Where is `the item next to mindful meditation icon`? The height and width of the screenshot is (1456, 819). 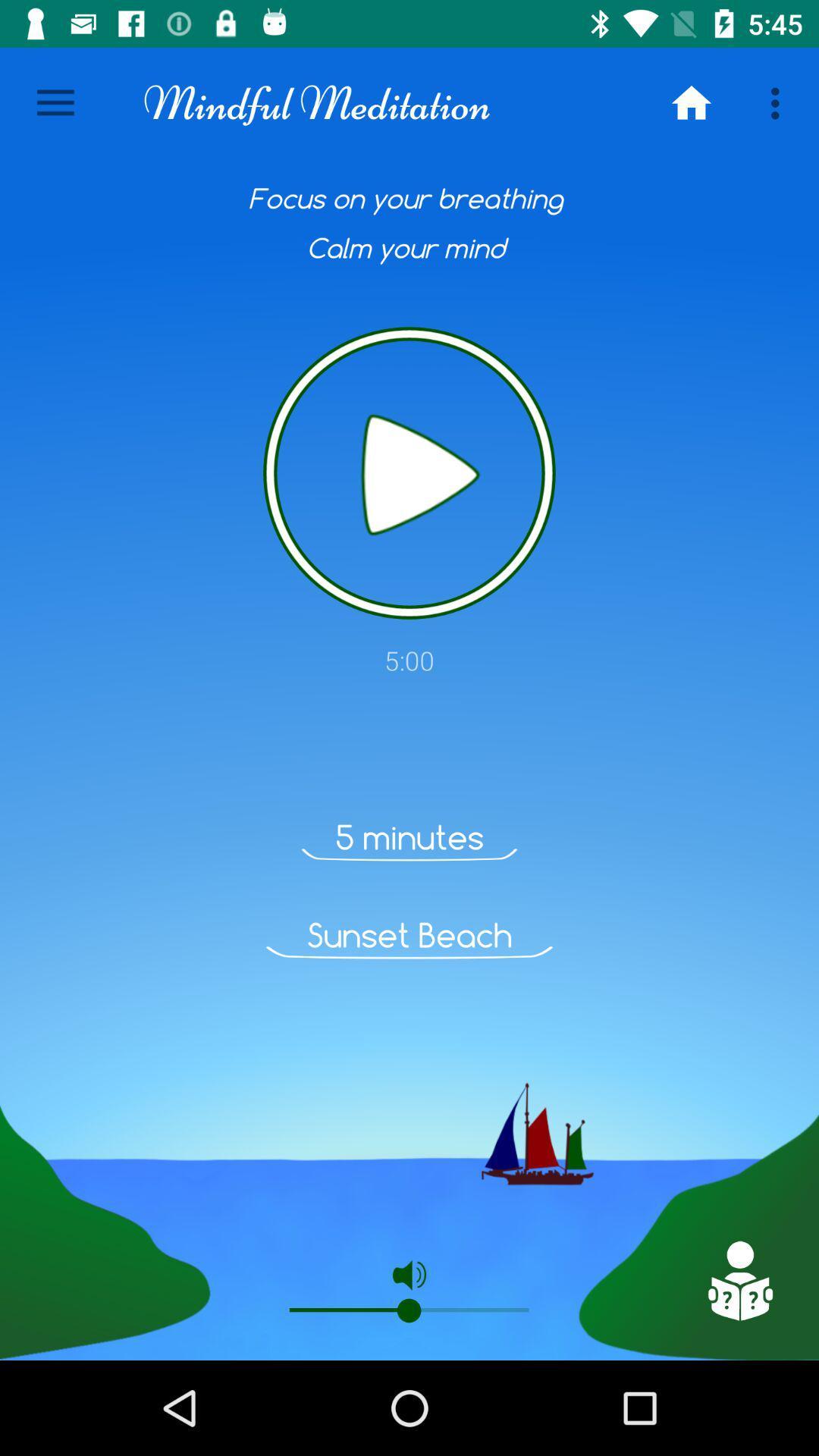 the item next to mindful meditation icon is located at coordinates (55, 102).